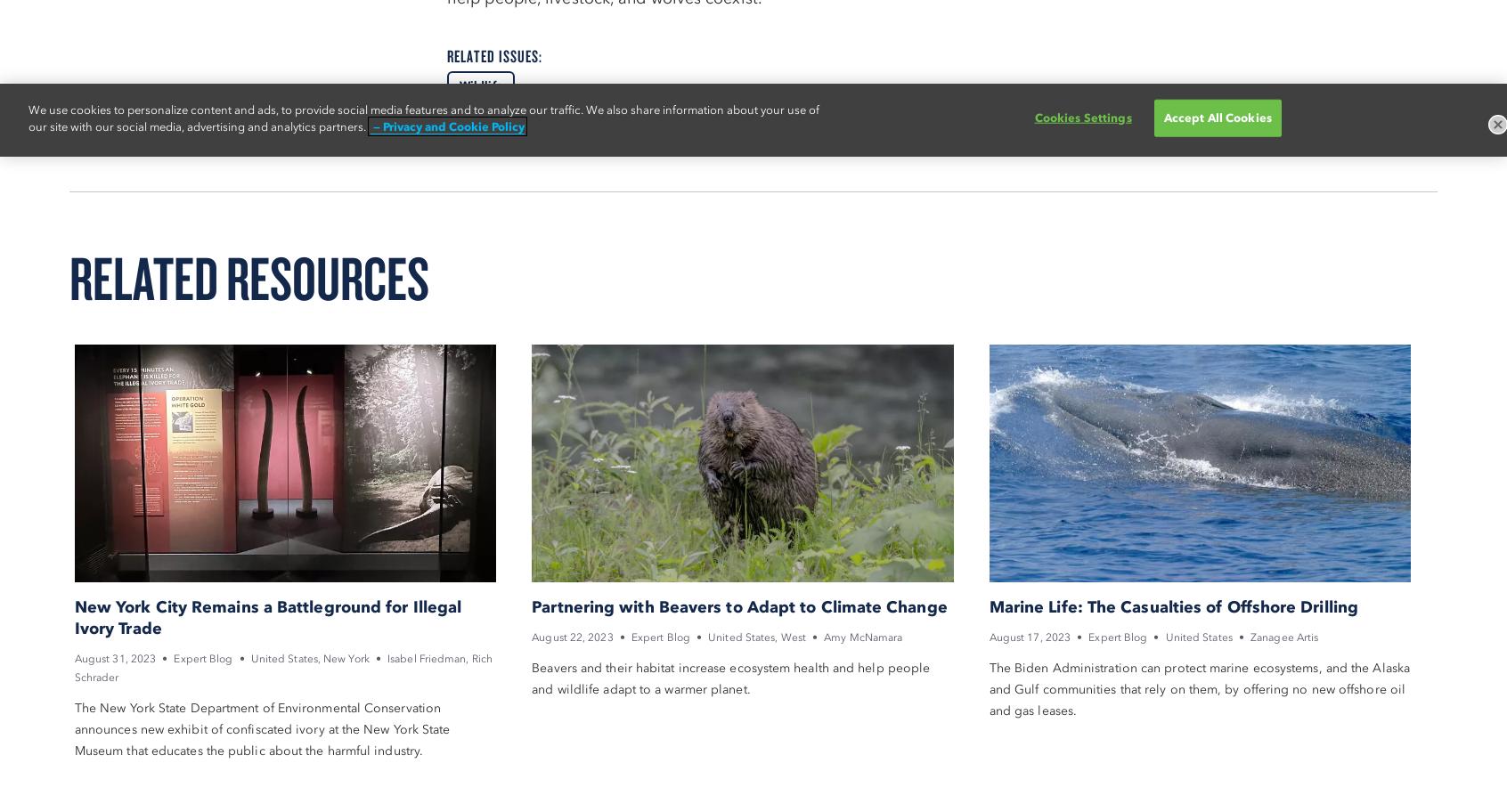 This screenshot has width=1507, height=812. Describe the element at coordinates (493, 53) in the screenshot. I see `'Related Issues'` at that location.